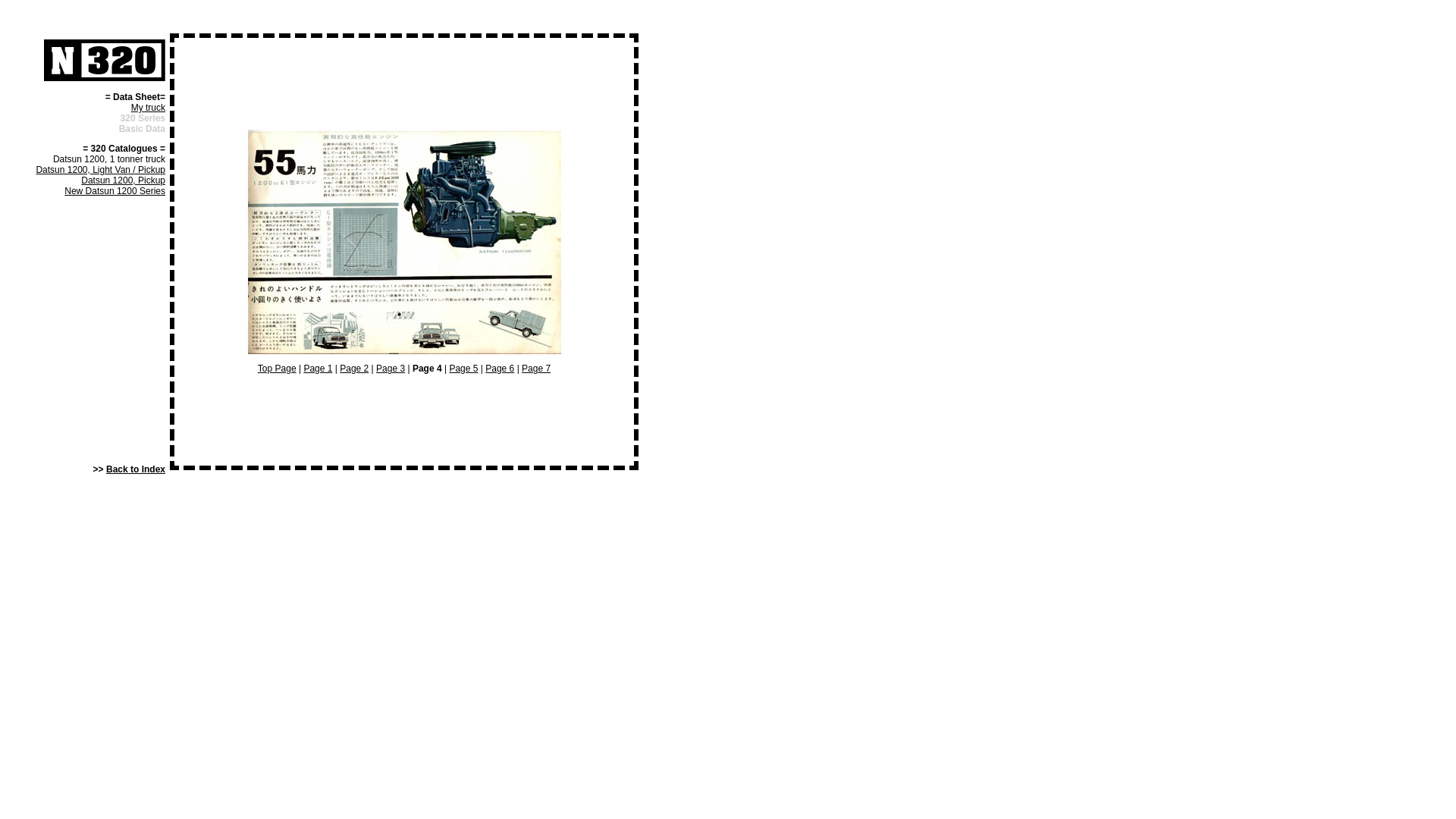 This screenshot has height=819, width=1456. I want to click on 'New Datsun 1200 Series', so click(114, 190).